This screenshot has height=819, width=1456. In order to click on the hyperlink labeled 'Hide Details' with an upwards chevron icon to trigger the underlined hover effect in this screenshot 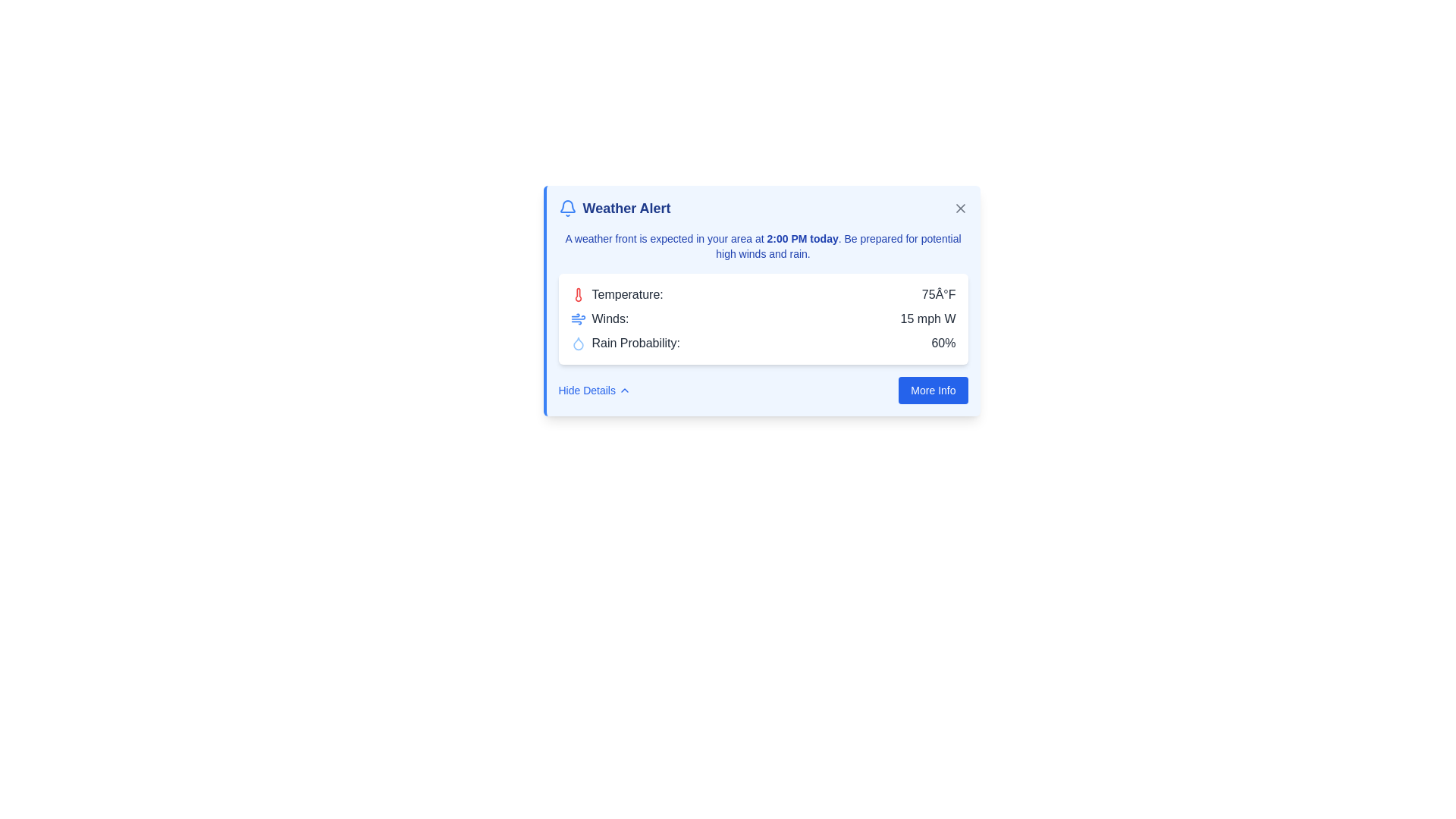, I will do `click(594, 390)`.